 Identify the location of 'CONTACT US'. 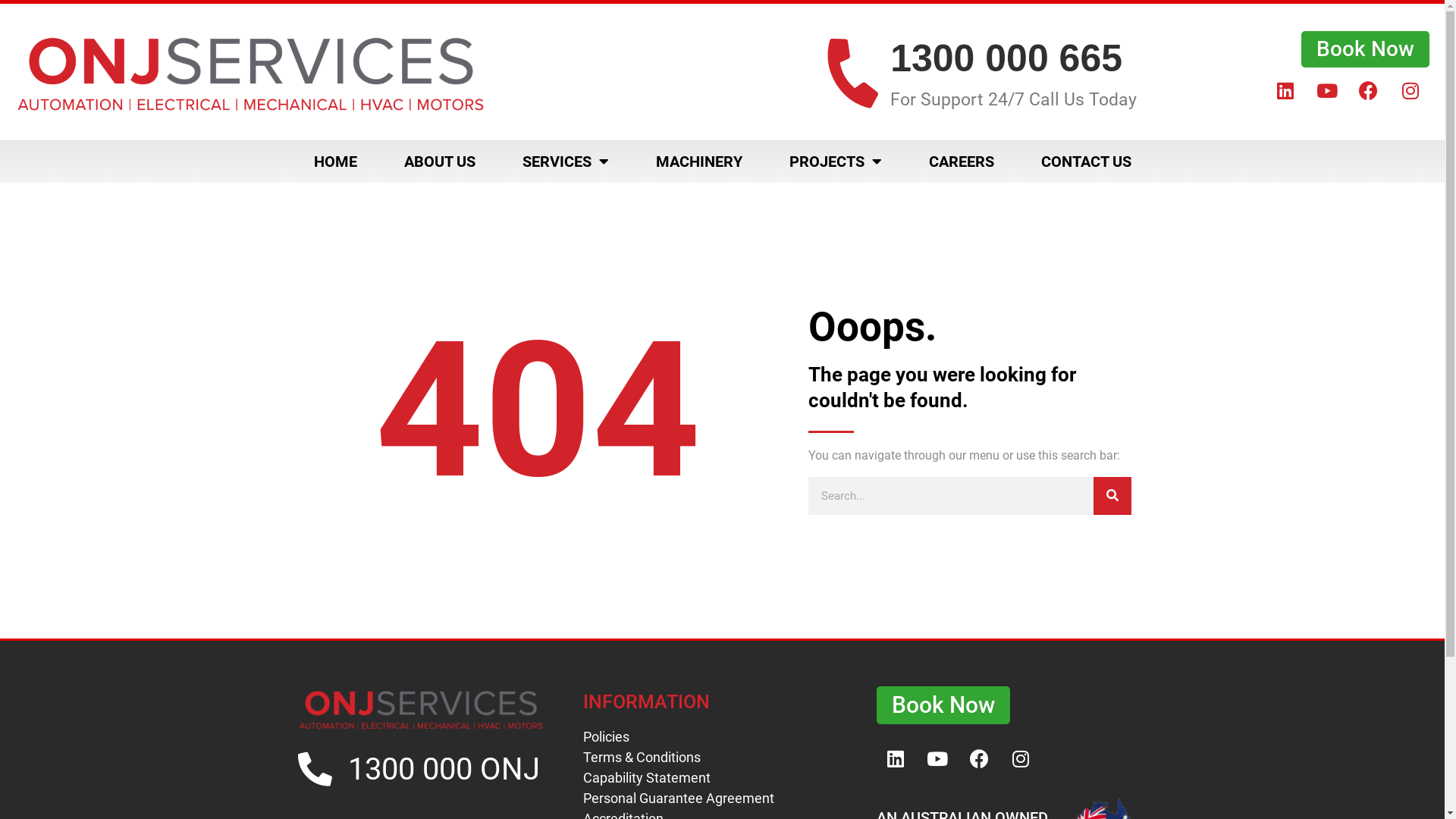
(1085, 161).